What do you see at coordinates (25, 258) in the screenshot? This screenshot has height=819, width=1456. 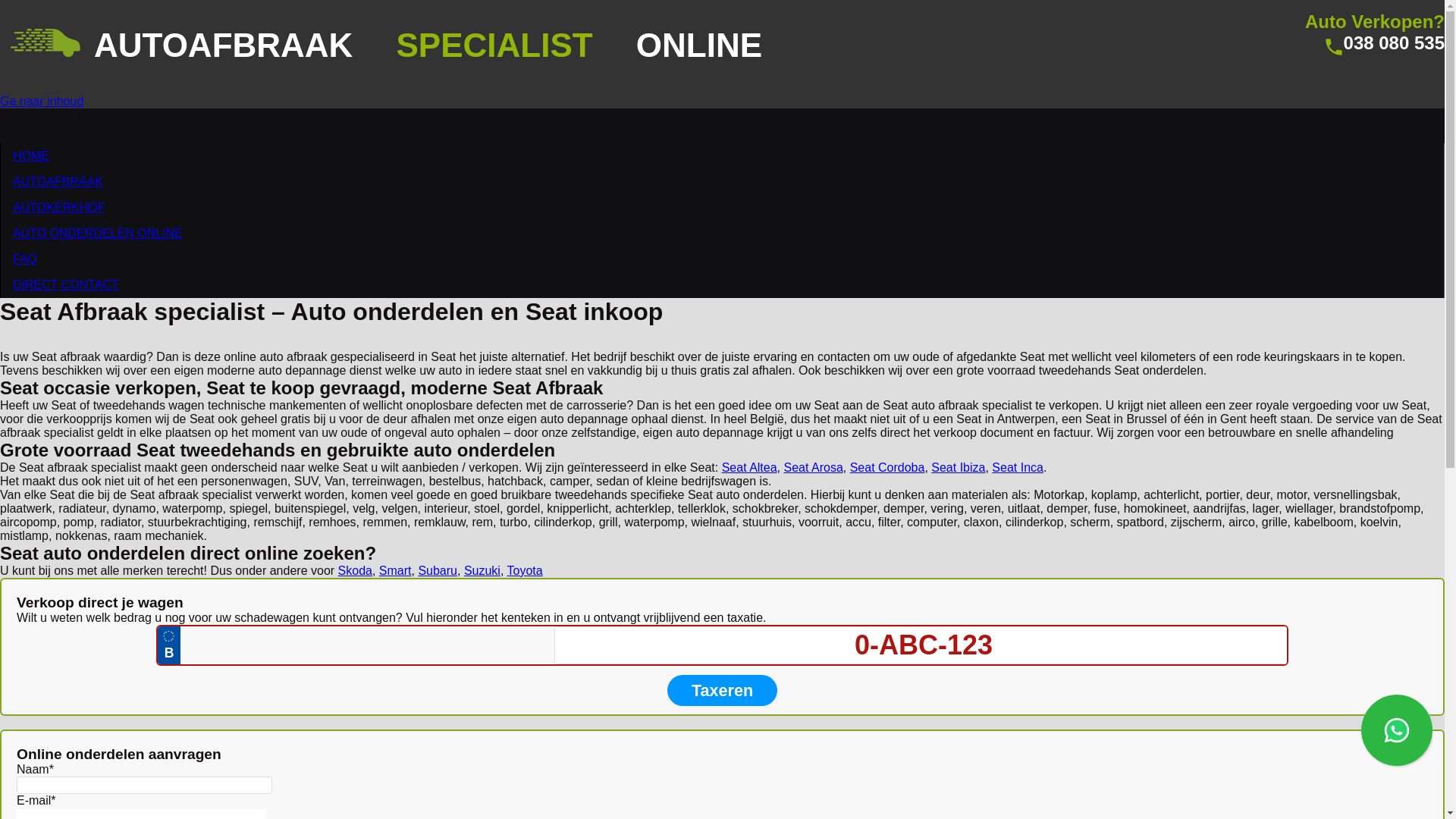 I see `'FAQ'` at bounding box center [25, 258].